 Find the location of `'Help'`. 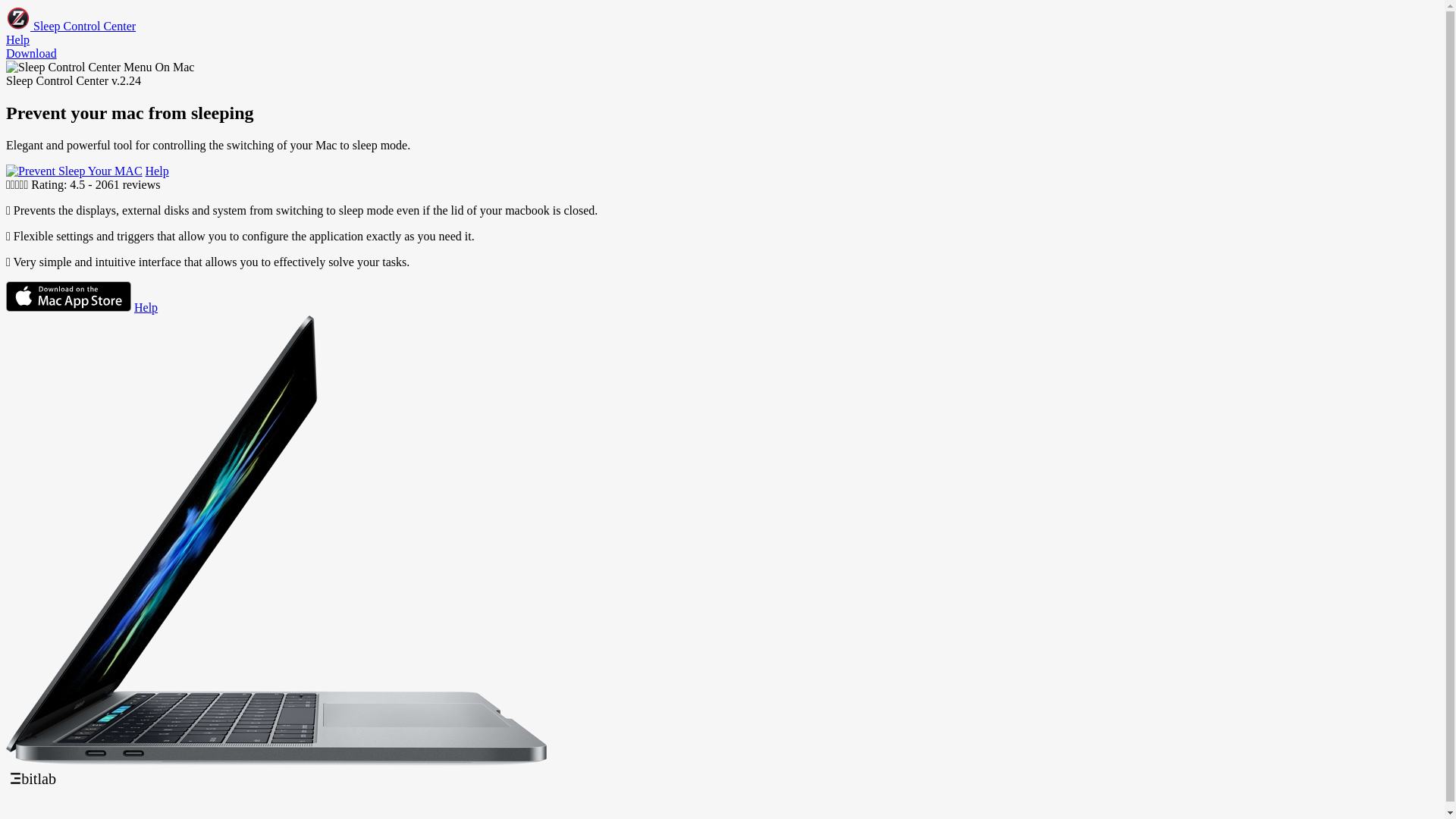

'Help' is located at coordinates (146, 307).